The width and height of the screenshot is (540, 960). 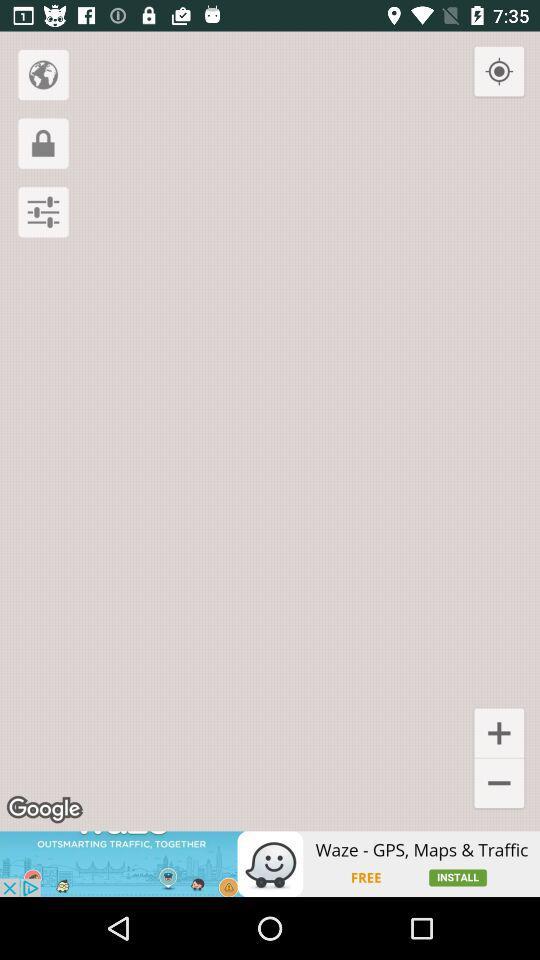 What do you see at coordinates (43, 74) in the screenshot?
I see `see the map` at bounding box center [43, 74].